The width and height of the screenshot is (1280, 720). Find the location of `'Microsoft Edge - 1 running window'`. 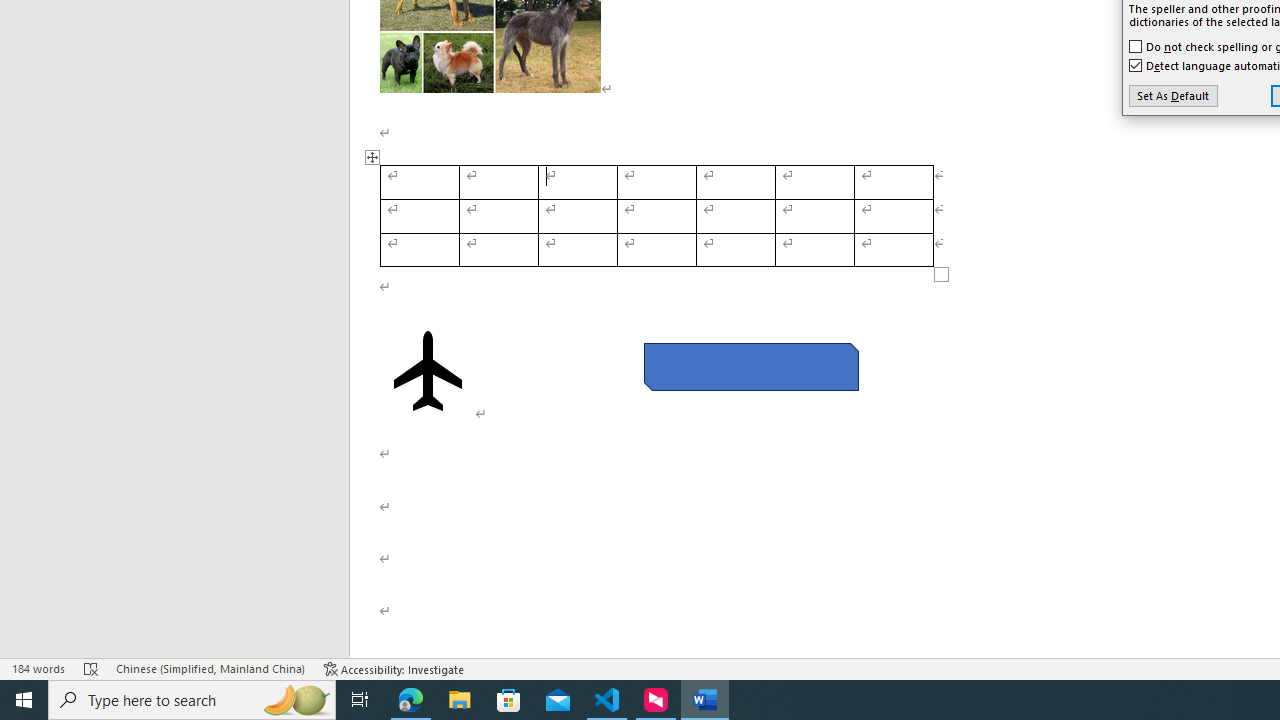

'Microsoft Edge - 1 running window' is located at coordinates (410, 698).